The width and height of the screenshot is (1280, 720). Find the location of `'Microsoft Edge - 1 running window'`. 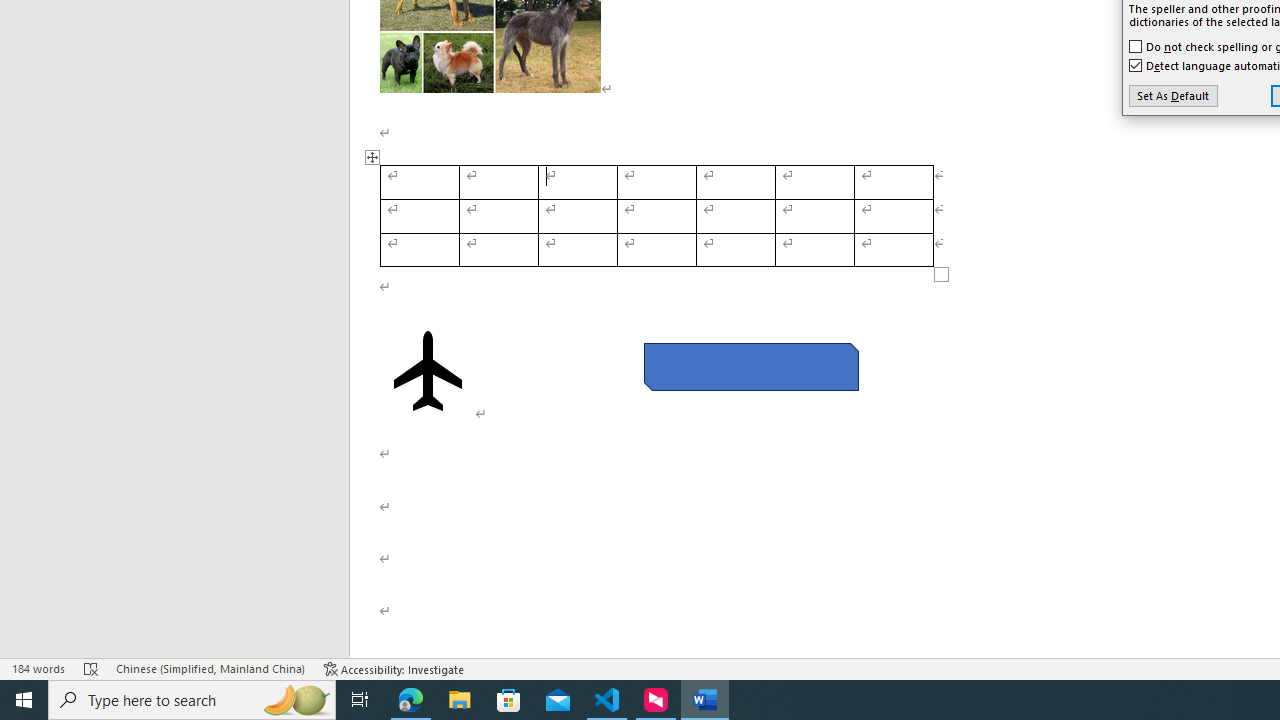

'Microsoft Edge - 1 running window' is located at coordinates (410, 698).